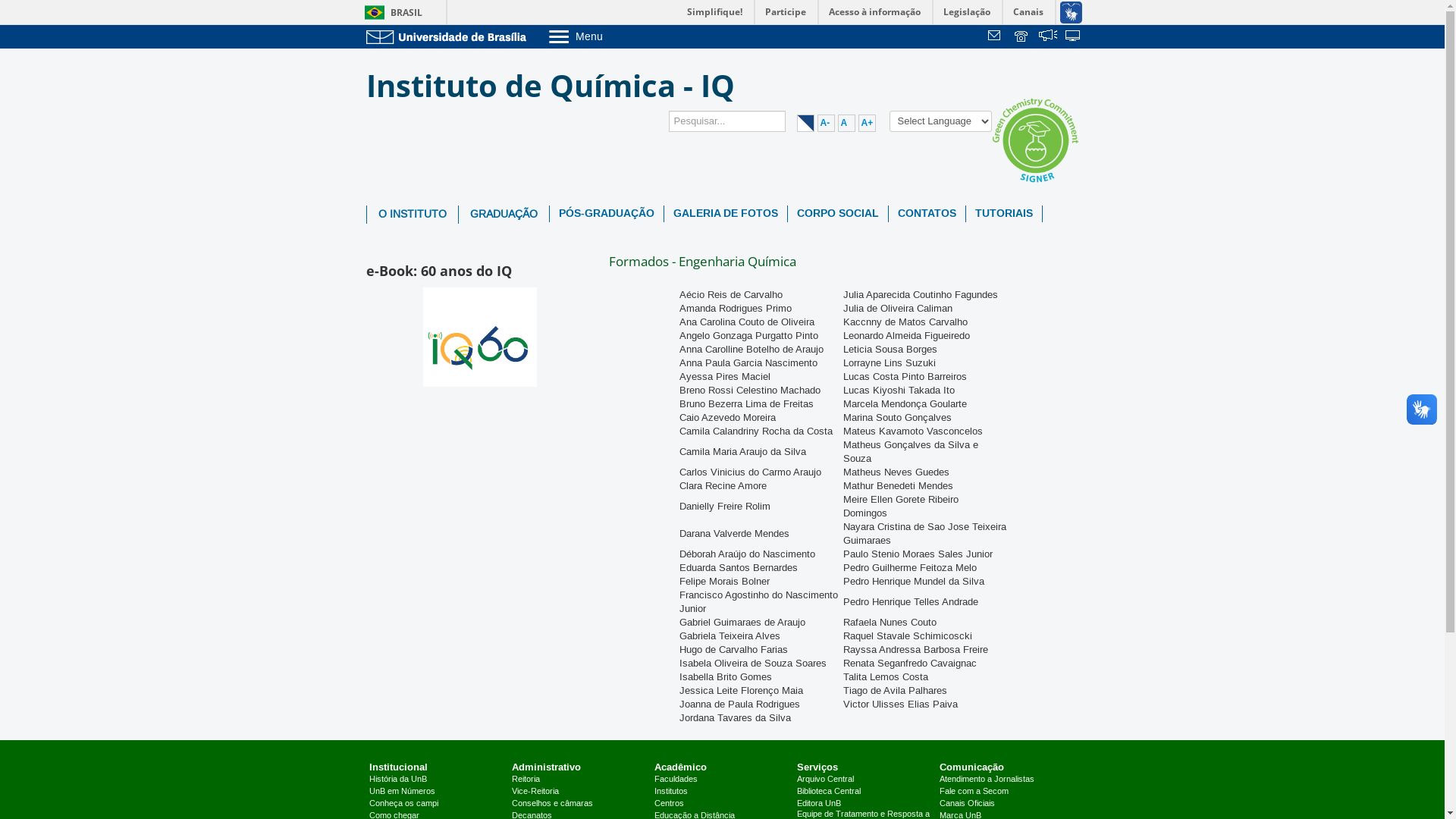  Describe the element at coordinates (824, 780) in the screenshot. I see `'Arquivo Central'` at that location.